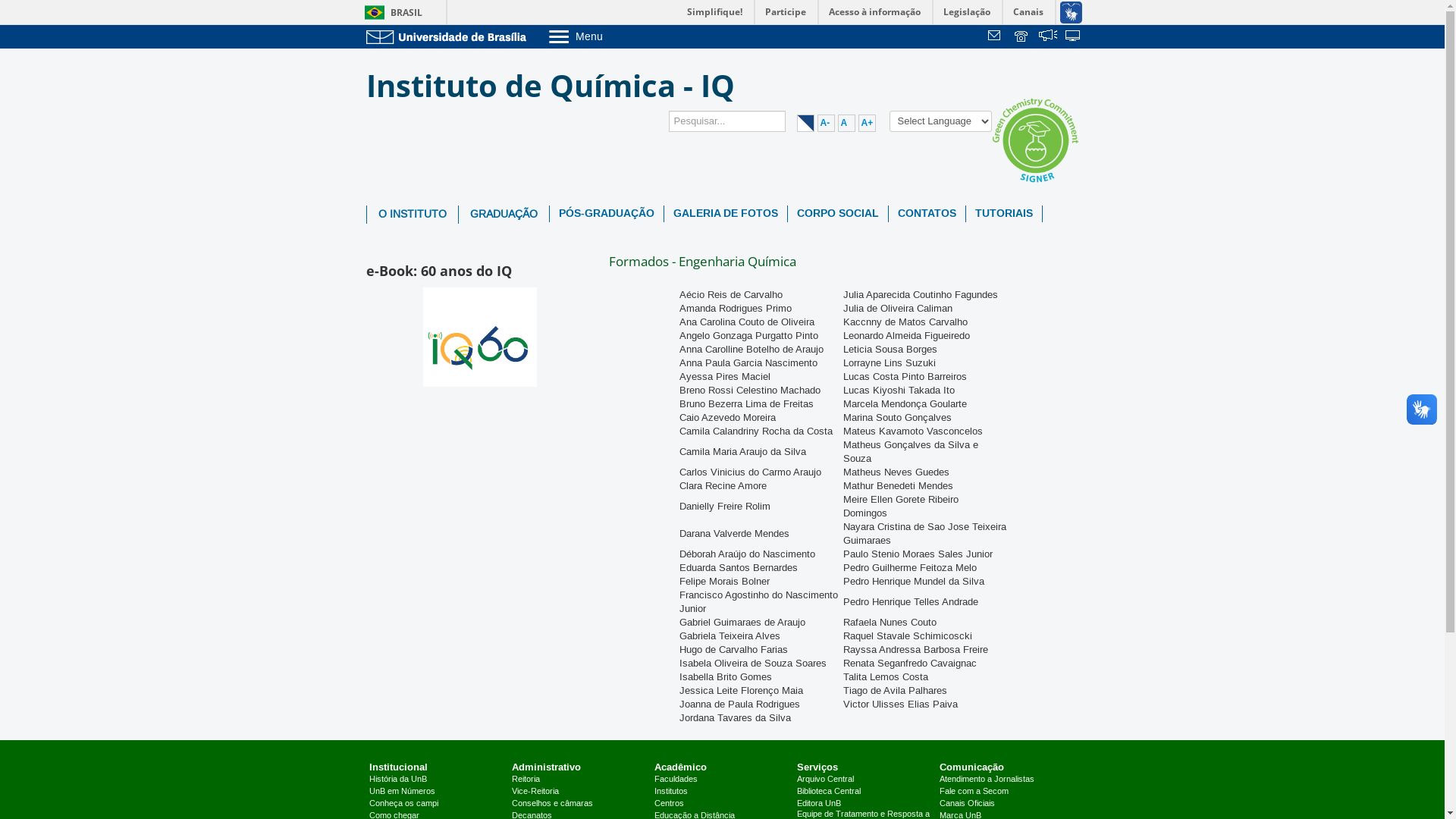  Describe the element at coordinates (824, 780) in the screenshot. I see `'Arquivo Central'` at that location.